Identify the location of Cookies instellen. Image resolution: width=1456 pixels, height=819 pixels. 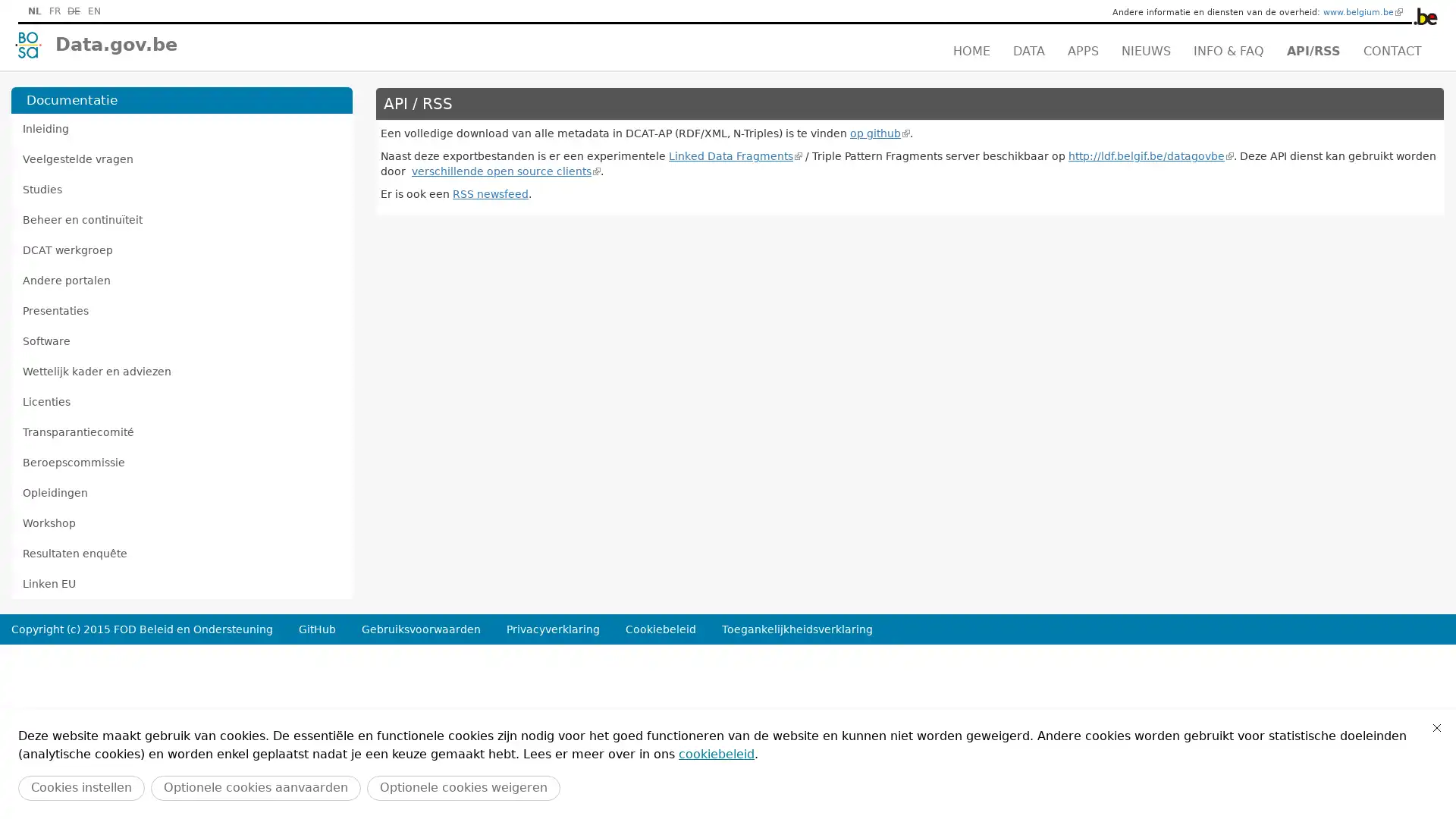
(80, 787).